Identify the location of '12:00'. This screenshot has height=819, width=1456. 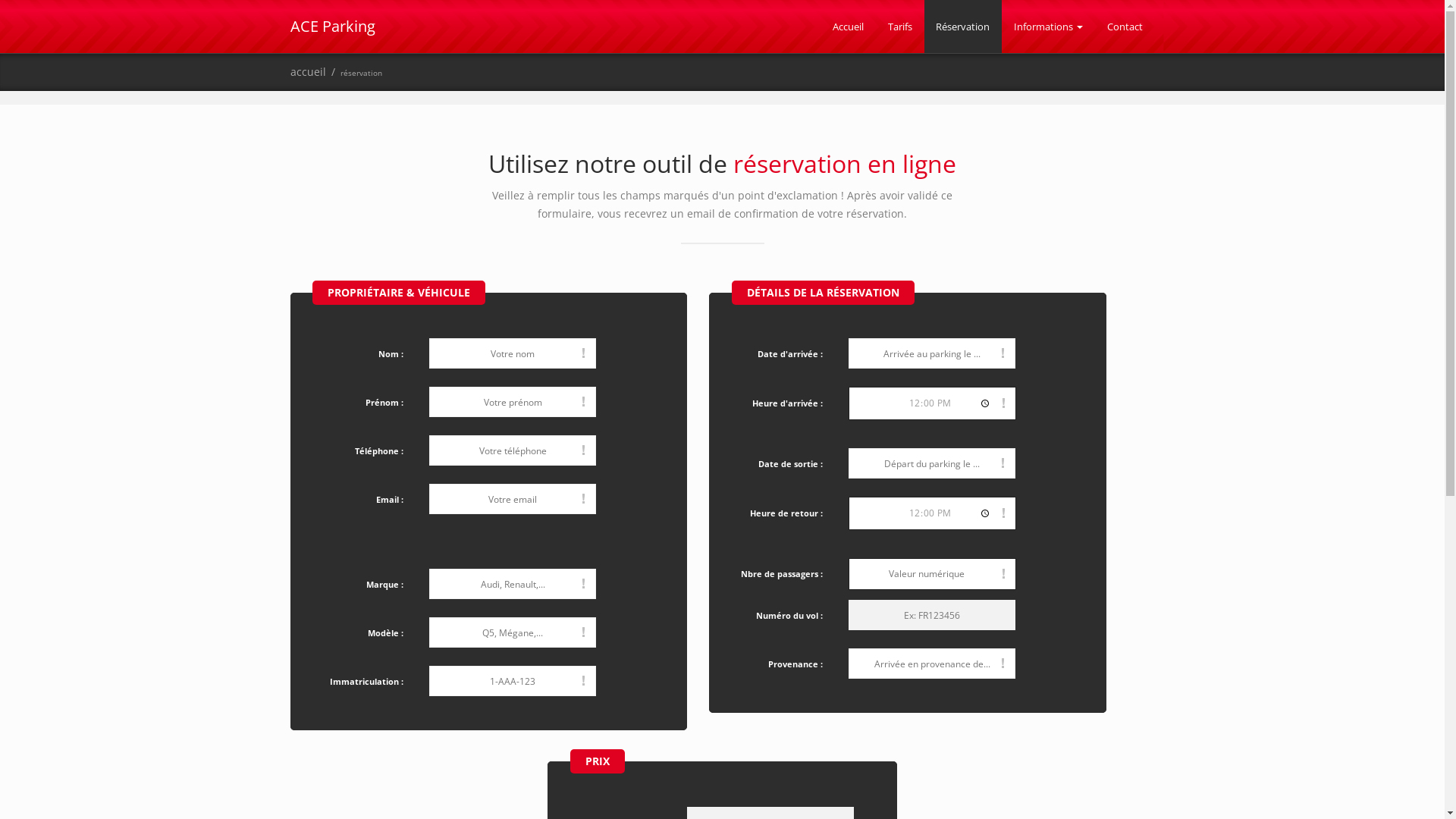
(847, 513).